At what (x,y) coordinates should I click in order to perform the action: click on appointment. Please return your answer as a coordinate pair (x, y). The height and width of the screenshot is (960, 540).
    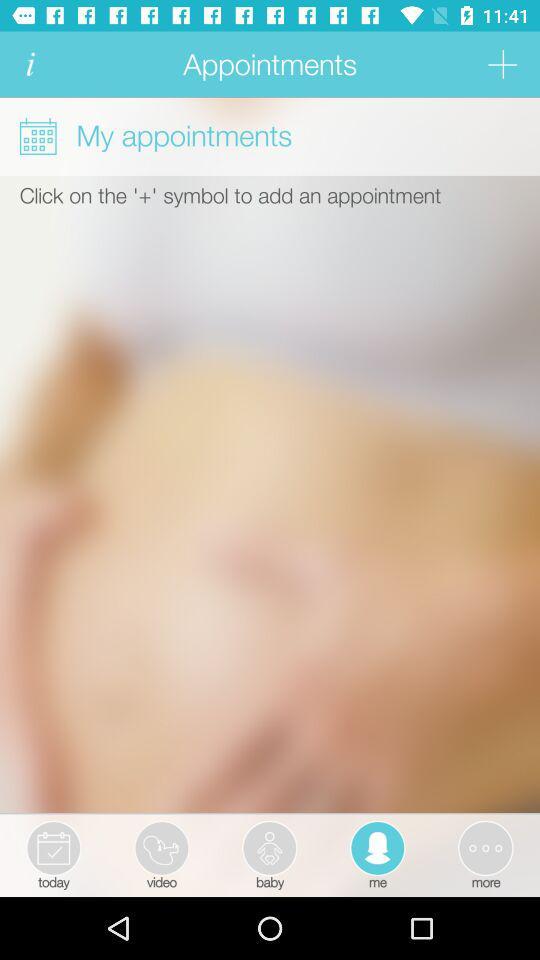
    Looking at the image, I should click on (501, 64).